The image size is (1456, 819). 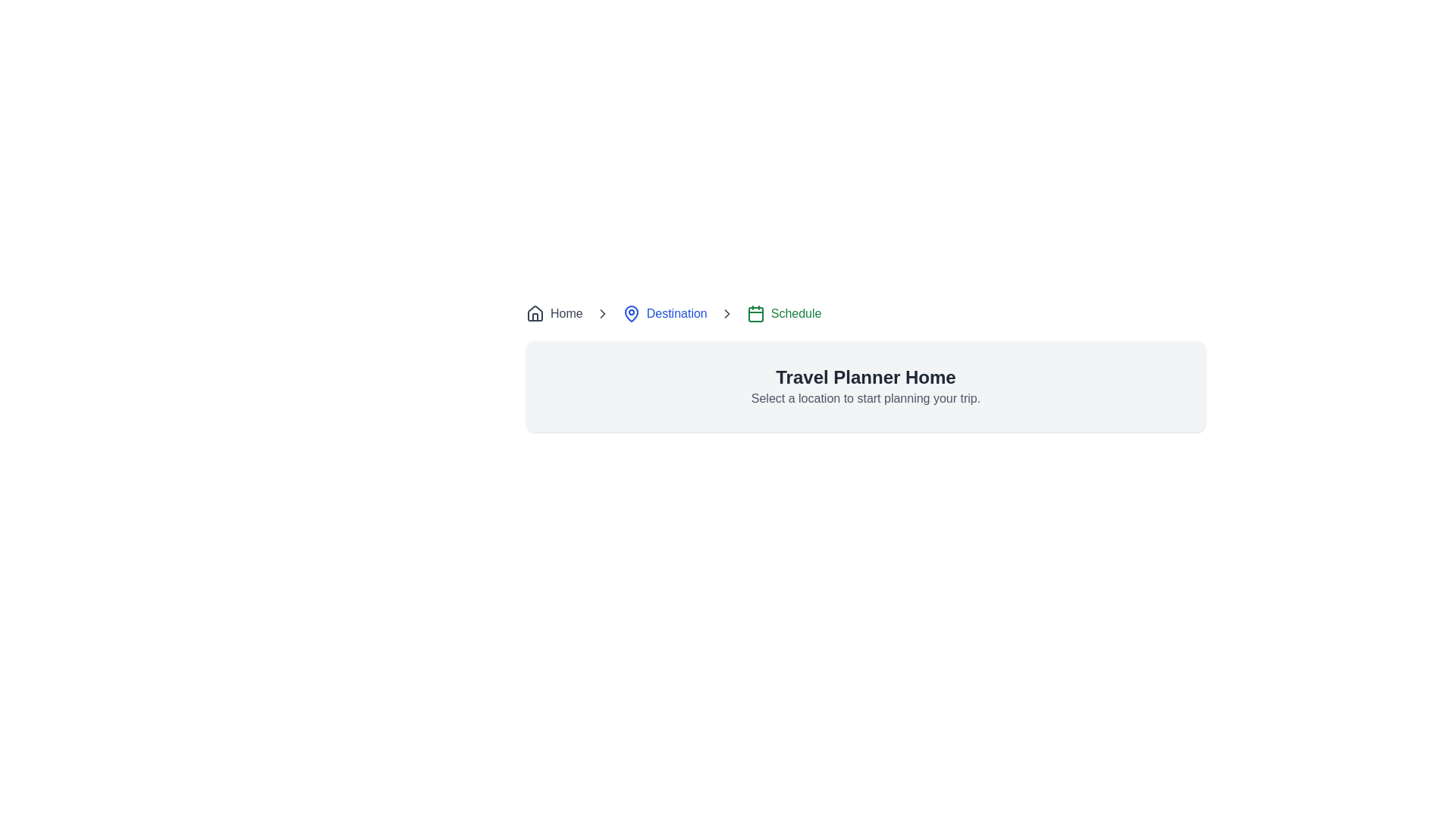 What do you see at coordinates (554, 312) in the screenshot?
I see `the first navigation link in the horizontal menu` at bounding box center [554, 312].